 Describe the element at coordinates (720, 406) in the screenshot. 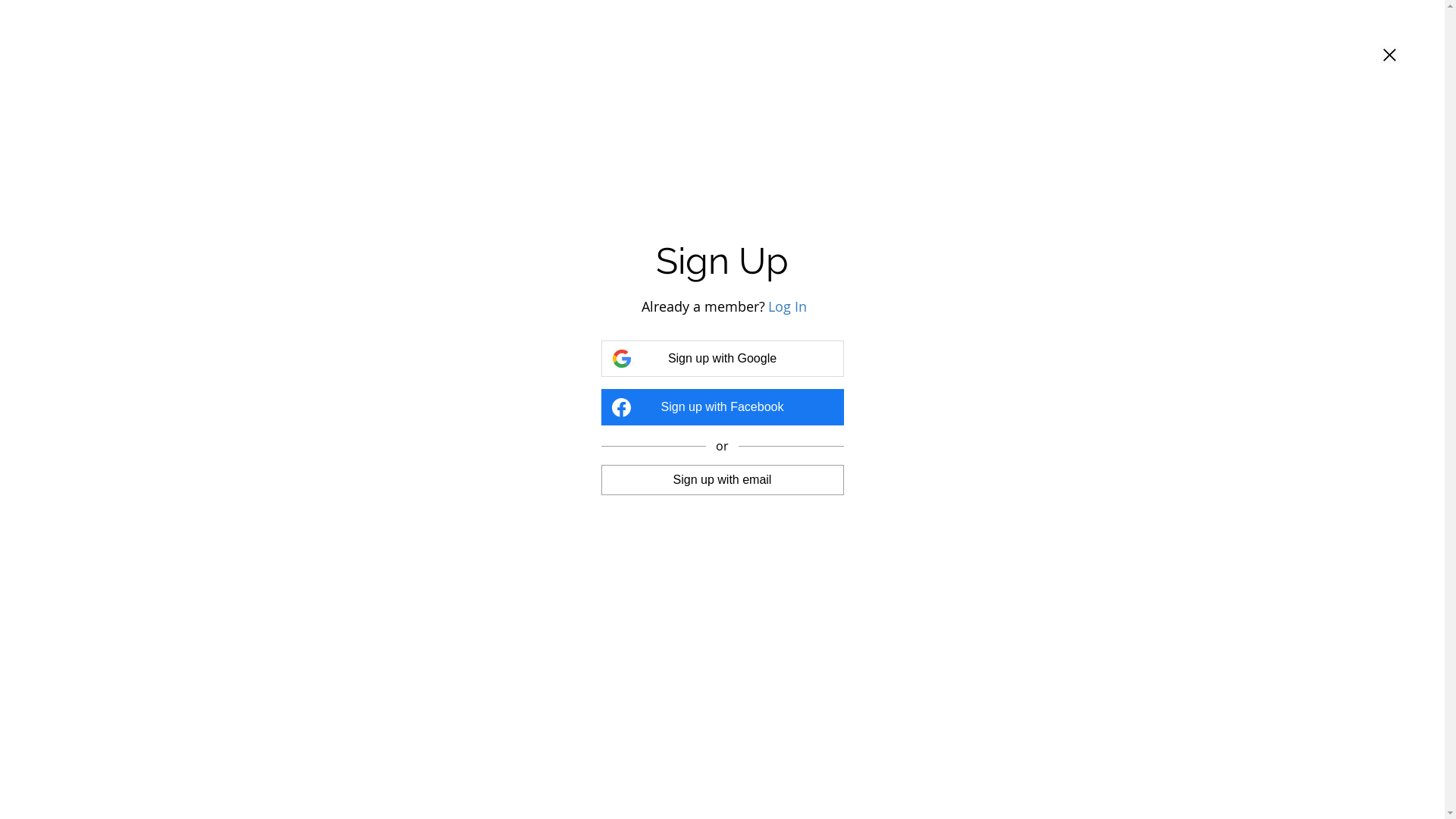

I see `'Sign up with Facebook'` at that location.